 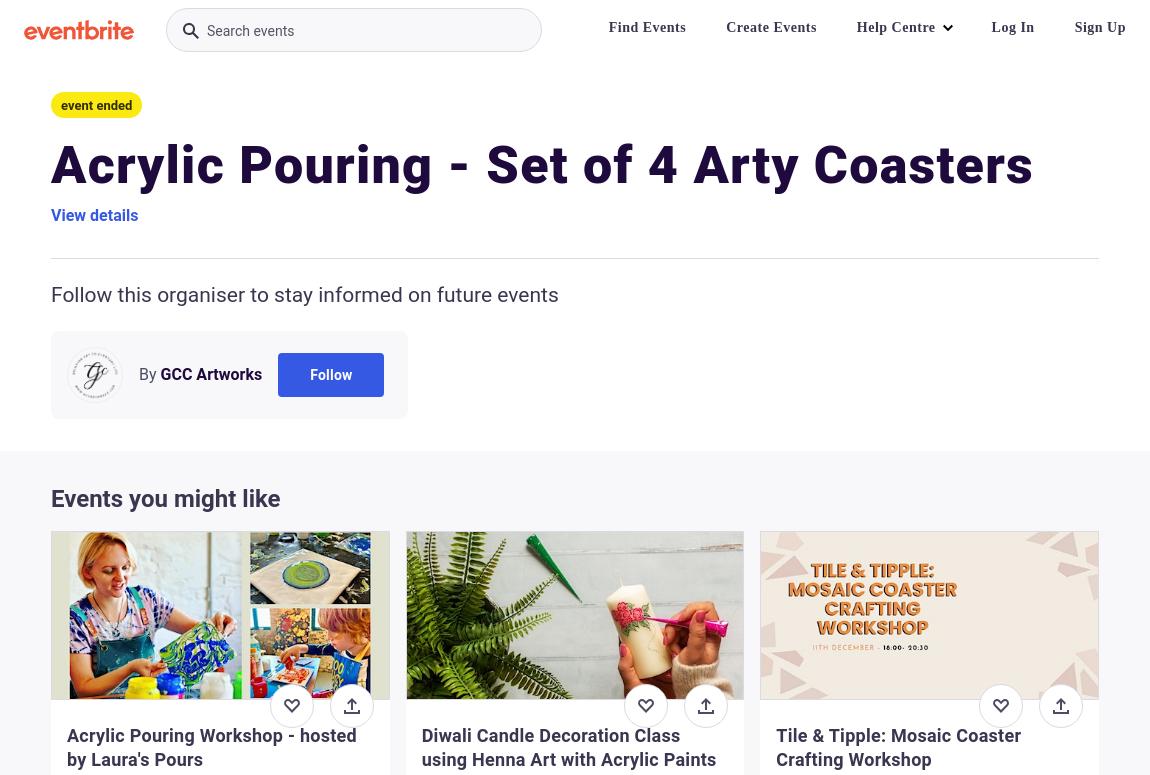 I want to click on 'Acrylic Pouring Workshop - hosted by Laura's Pours', so click(x=210, y=746).